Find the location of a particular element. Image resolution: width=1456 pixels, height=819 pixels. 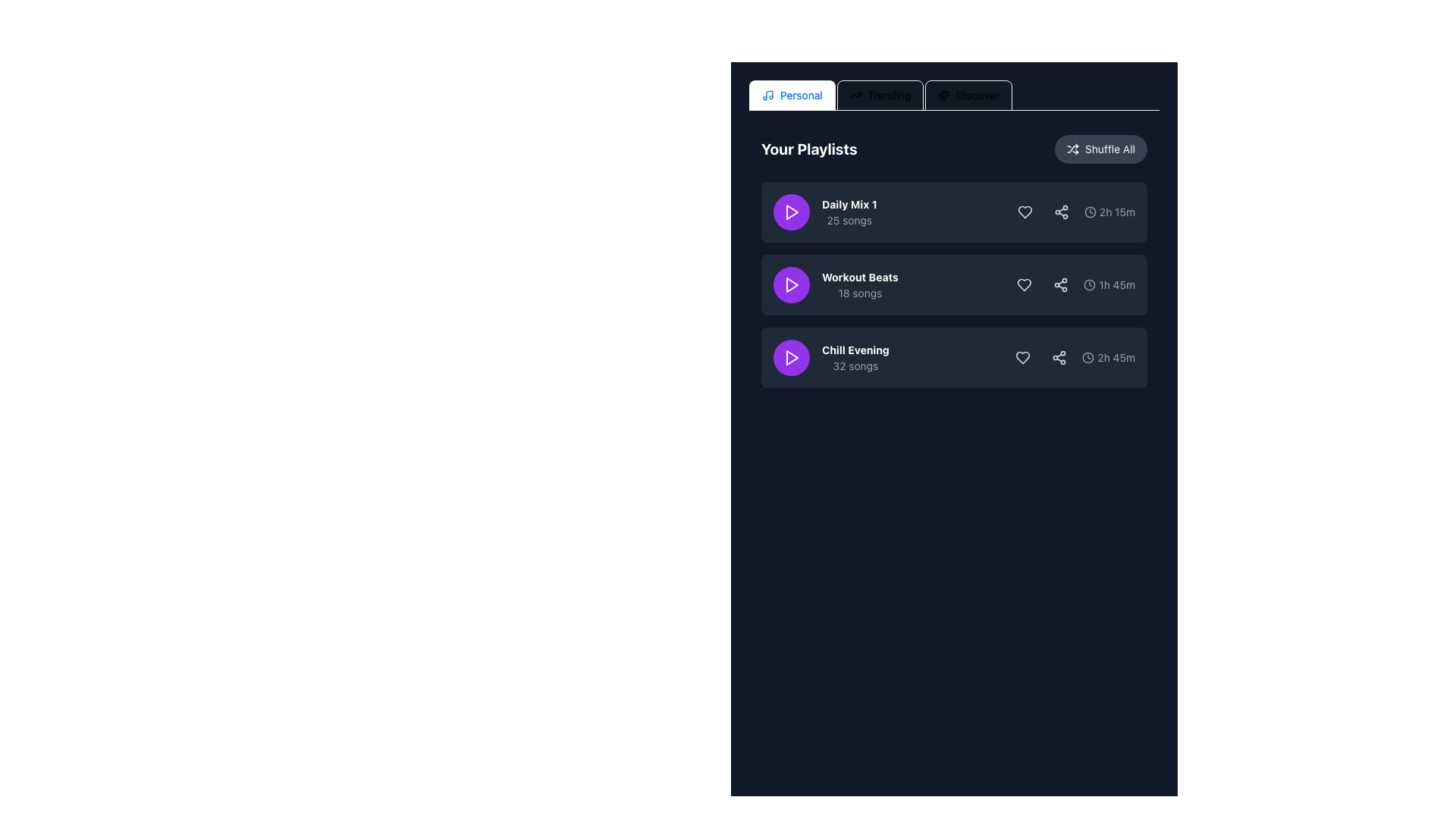

text label displaying 'Chill Evening' which is positioned centrally above the song count label in the bottom playlist entry is located at coordinates (855, 350).